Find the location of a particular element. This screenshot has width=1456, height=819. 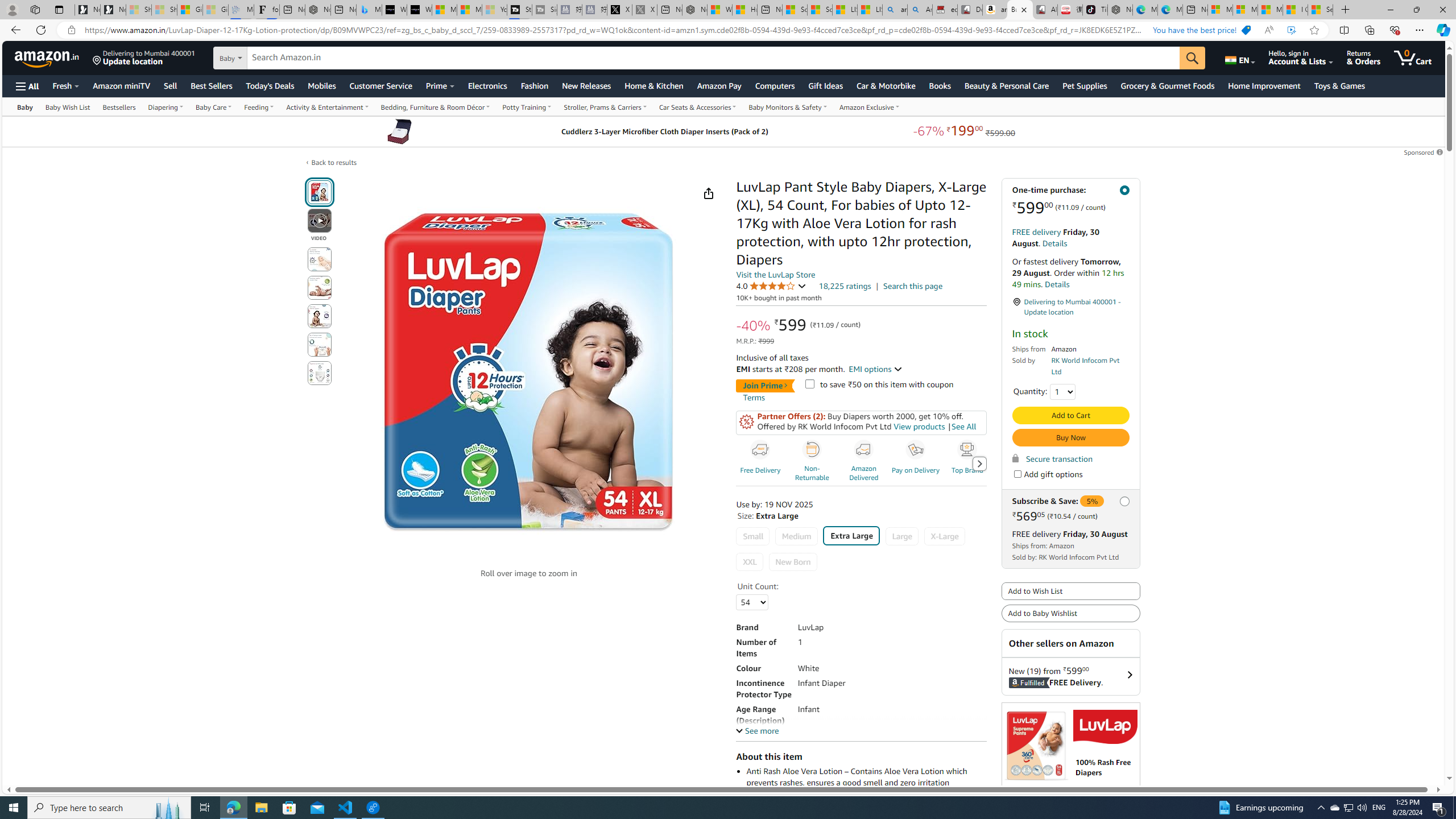

'Back to results' is located at coordinates (334, 162).